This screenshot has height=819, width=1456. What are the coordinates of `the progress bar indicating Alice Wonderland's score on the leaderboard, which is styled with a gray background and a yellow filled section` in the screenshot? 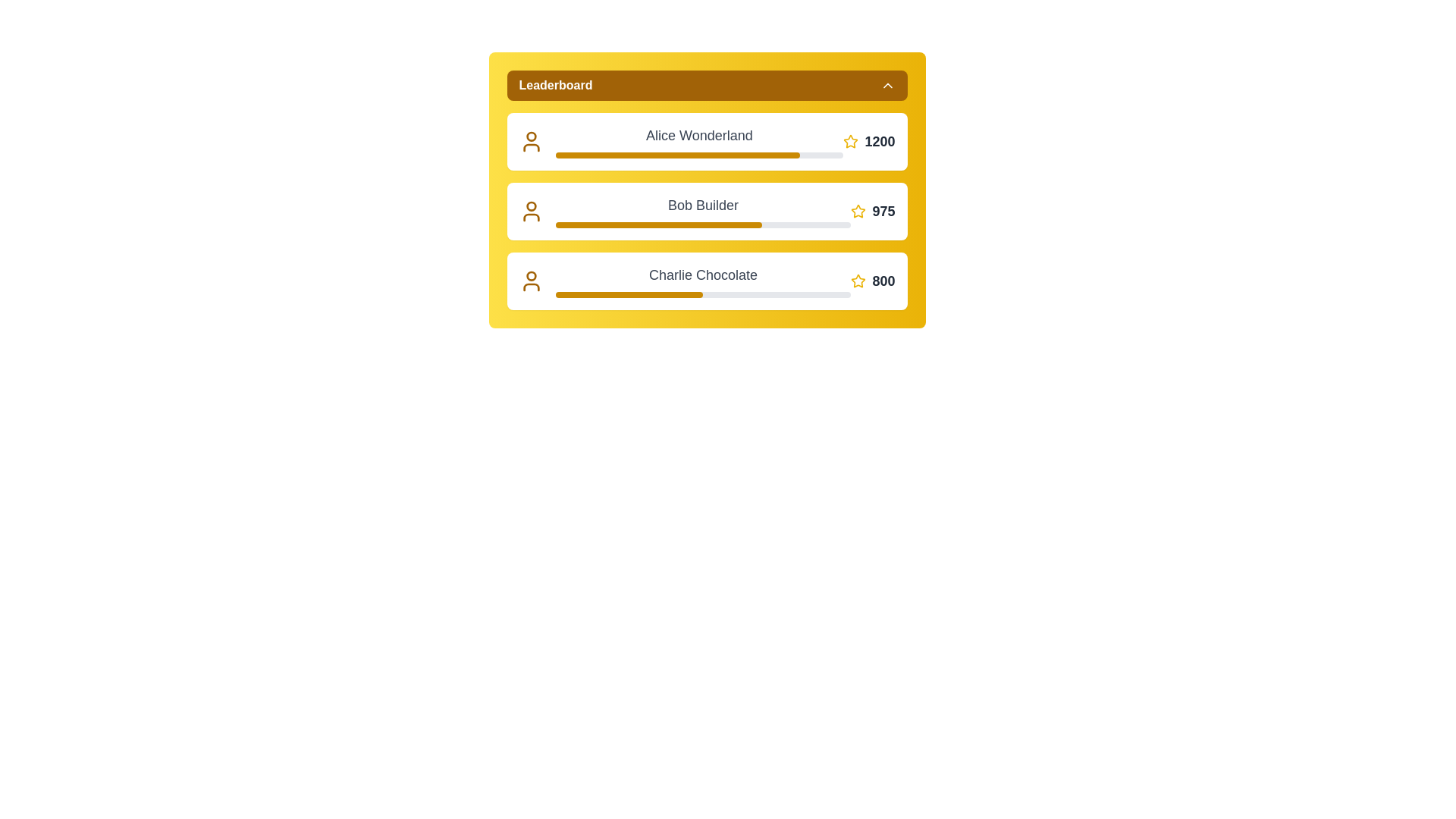 It's located at (698, 155).